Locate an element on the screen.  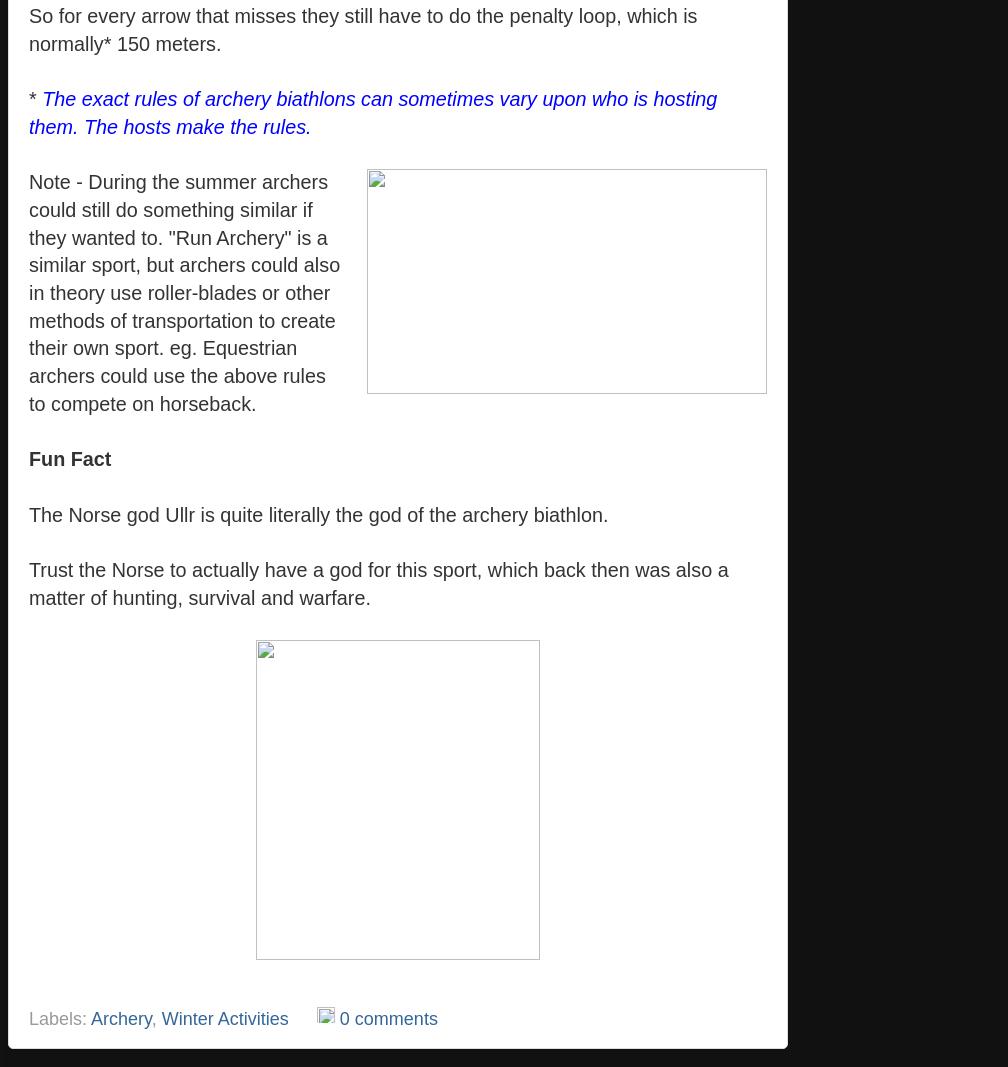
'The Norse god Ullr is quite literally the god of the archery biathlon.' is located at coordinates (29, 512).